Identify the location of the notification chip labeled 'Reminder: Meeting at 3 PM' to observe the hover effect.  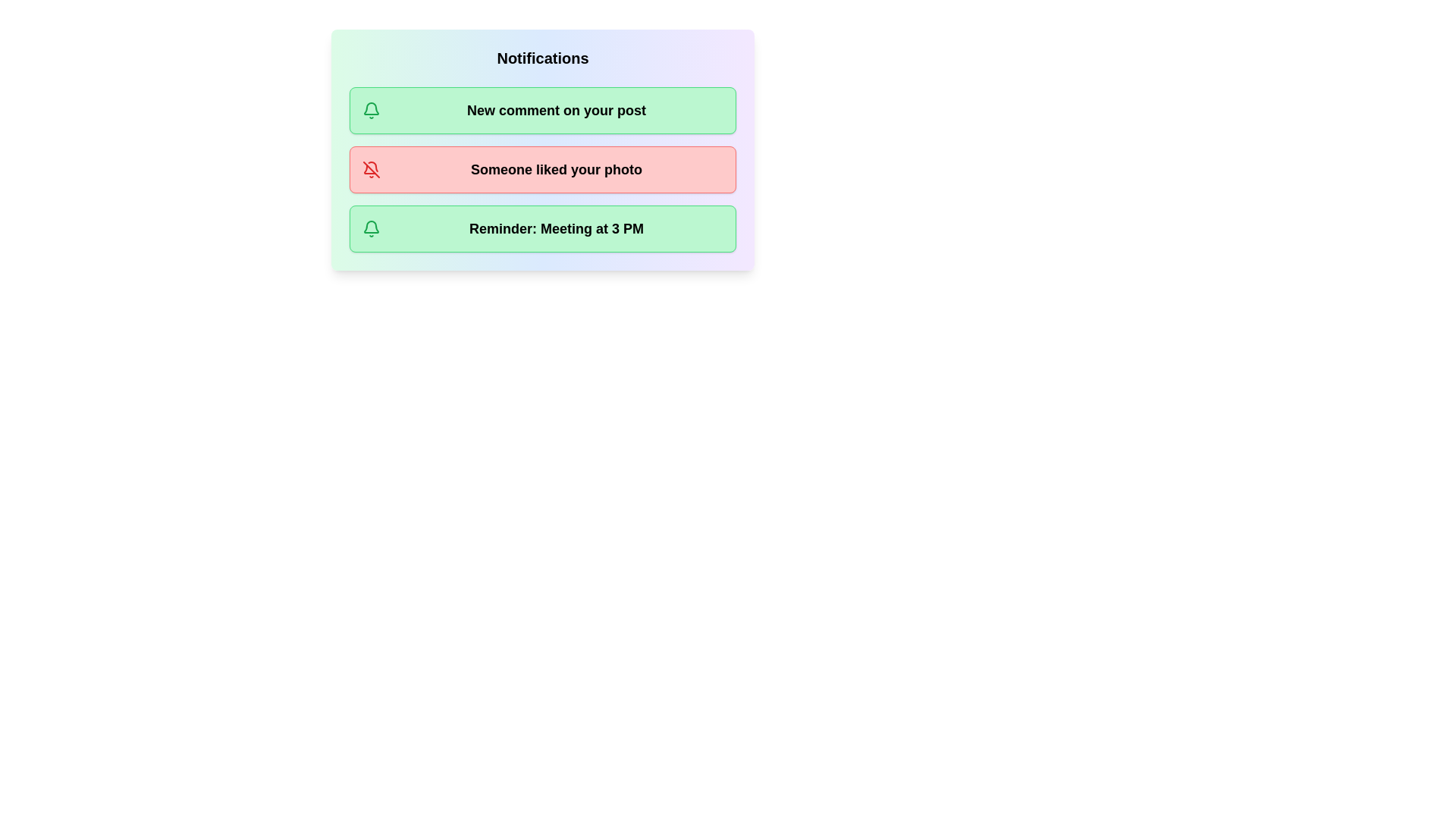
(542, 228).